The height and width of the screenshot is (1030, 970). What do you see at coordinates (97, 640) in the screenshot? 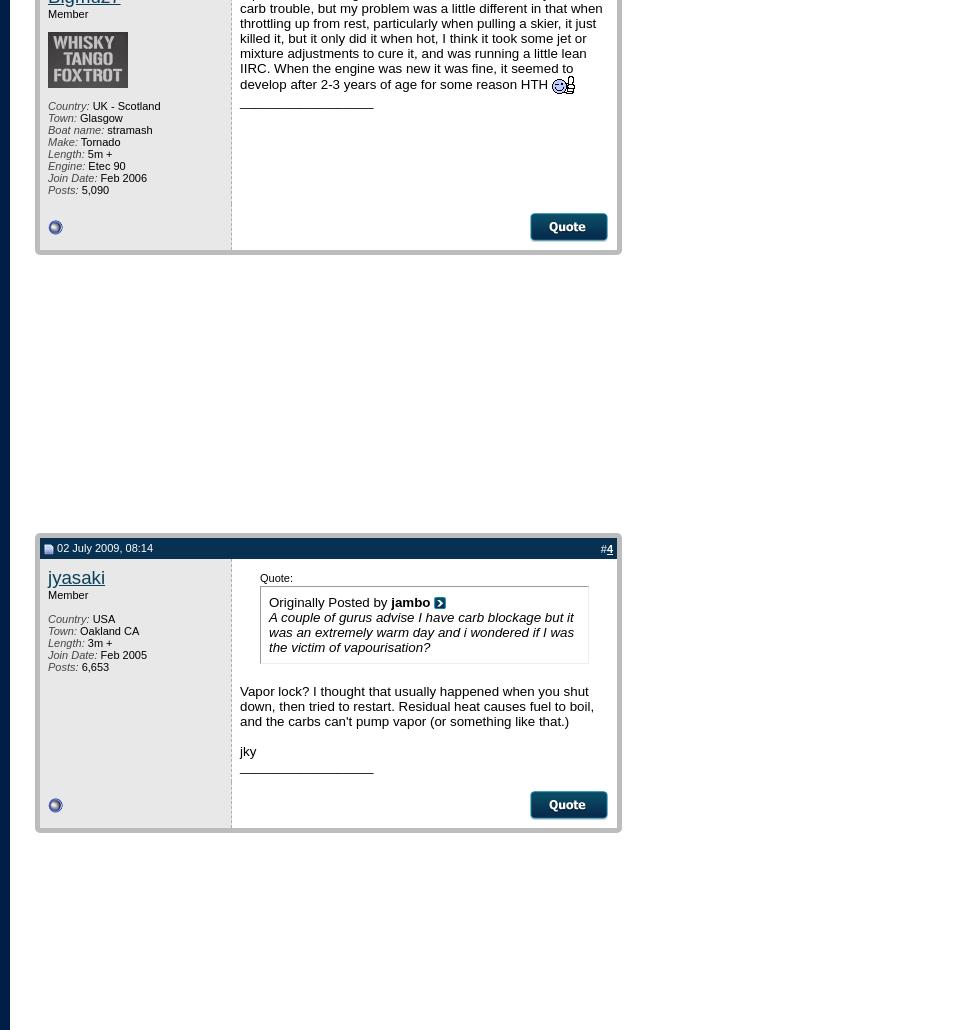
I see `'3m +'` at bounding box center [97, 640].